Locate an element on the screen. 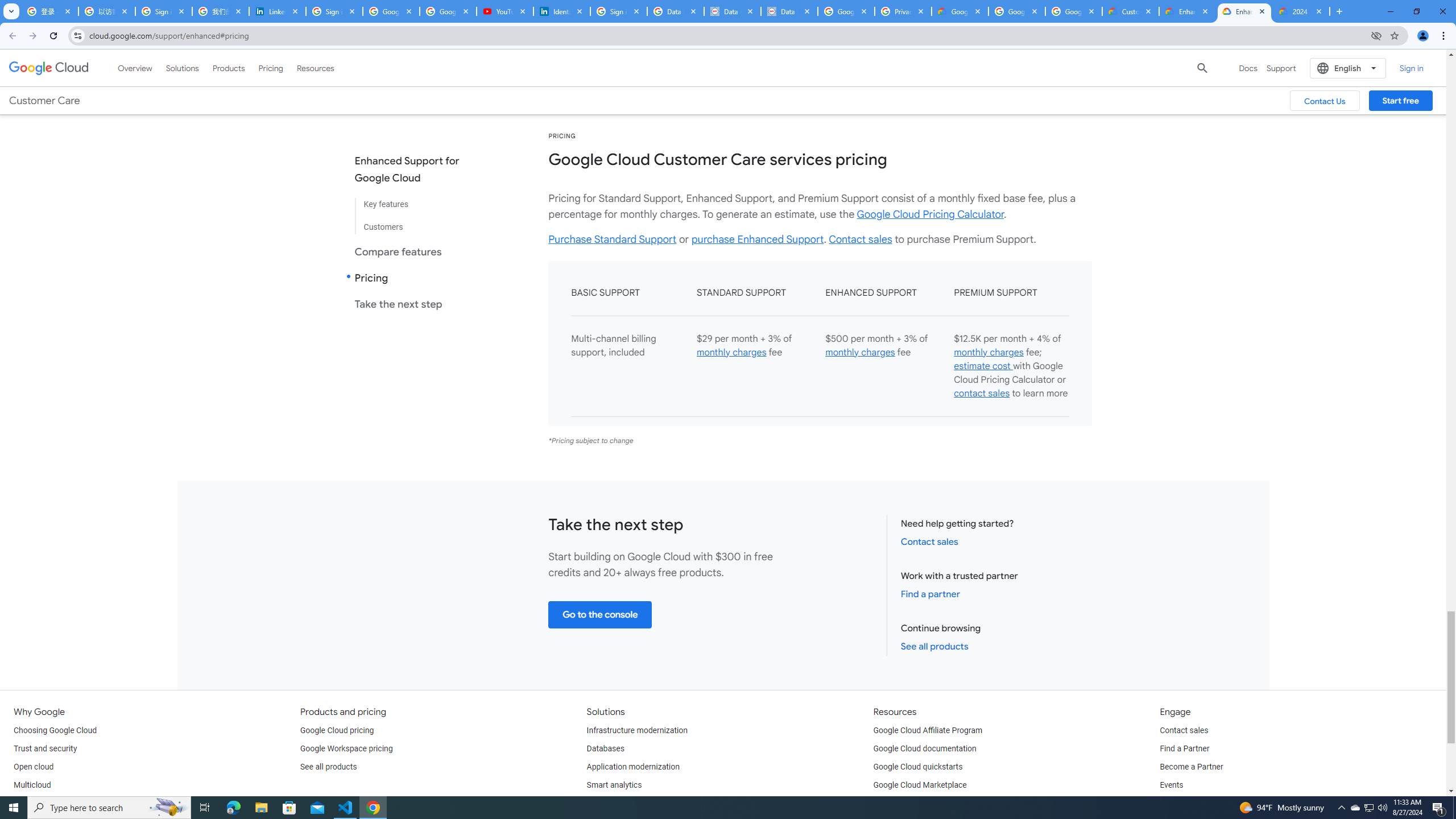  'Go to the console' is located at coordinates (600, 614).